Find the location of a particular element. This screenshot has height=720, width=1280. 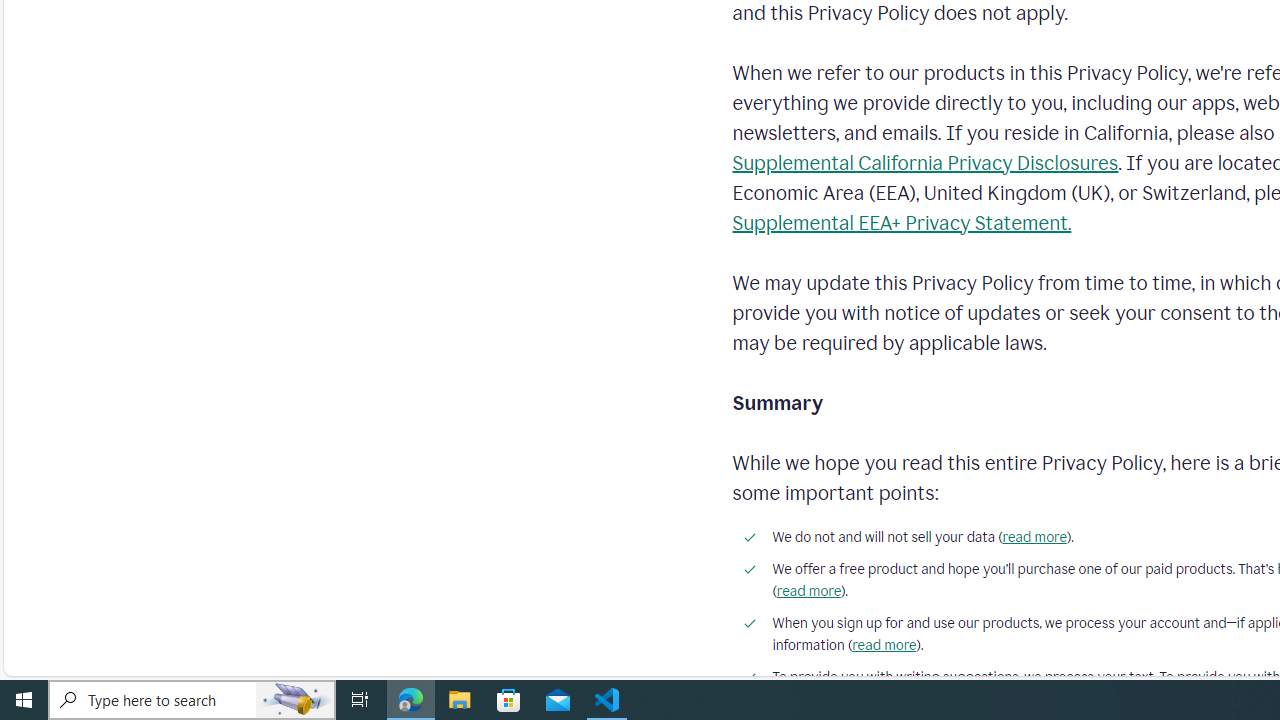

'Supplemental California Privacy Disclosures' is located at coordinates (924, 162).